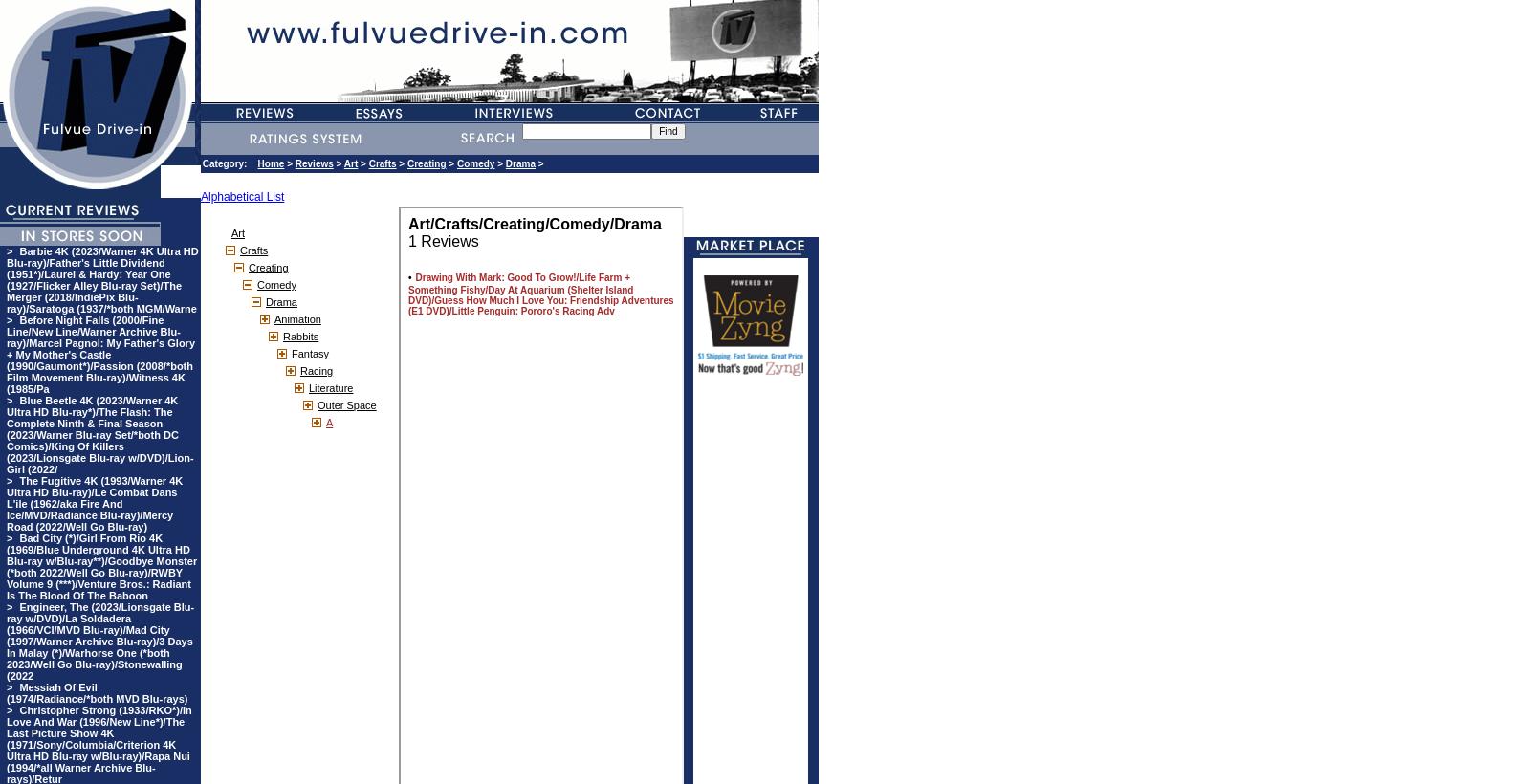 The image size is (1534, 784). What do you see at coordinates (307, 387) in the screenshot?
I see `'Literature'` at bounding box center [307, 387].